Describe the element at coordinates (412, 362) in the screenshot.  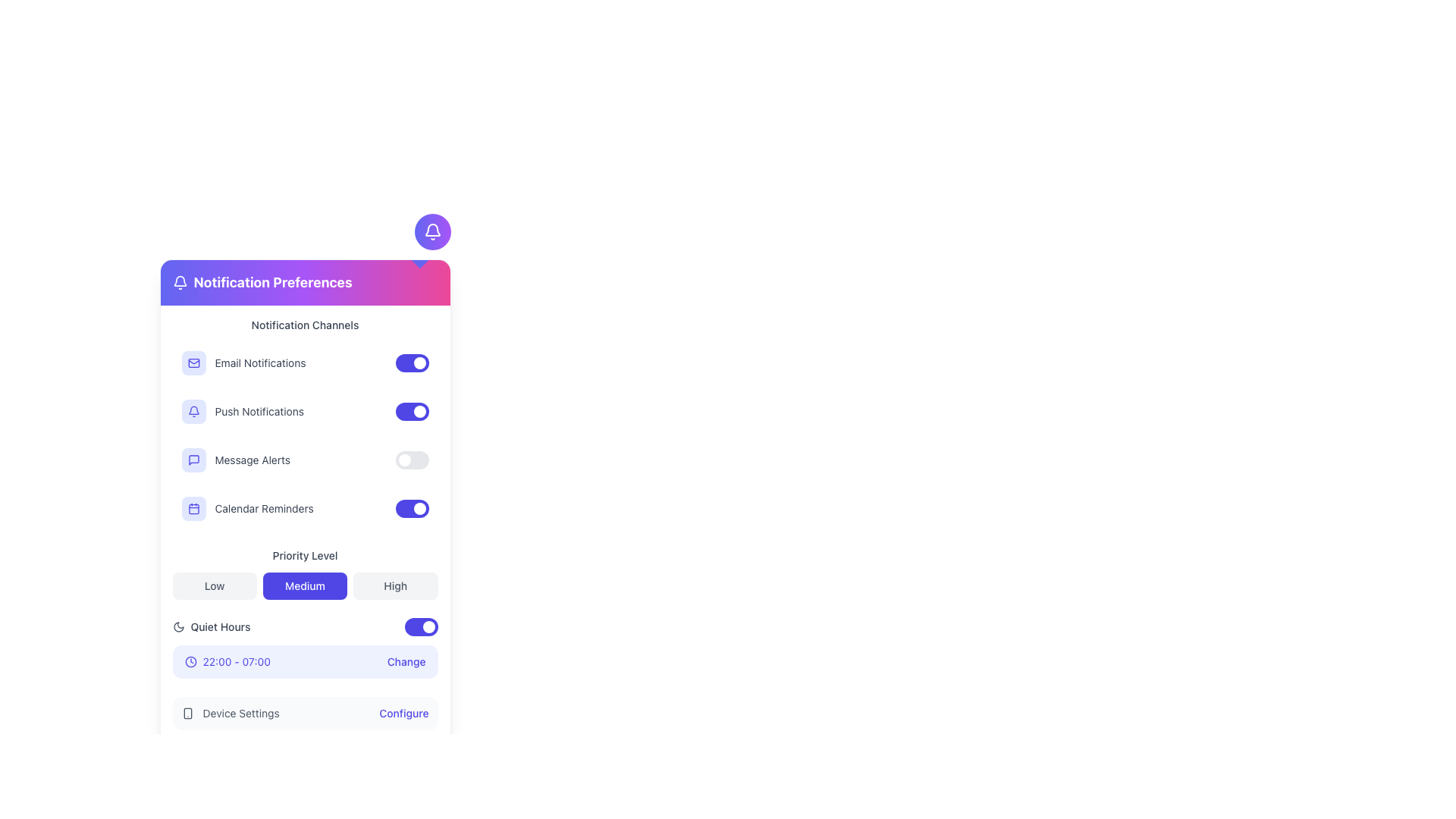
I see `the toggle switch for email notifications located in the 'Notification Channels' section to switch its state` at that location.